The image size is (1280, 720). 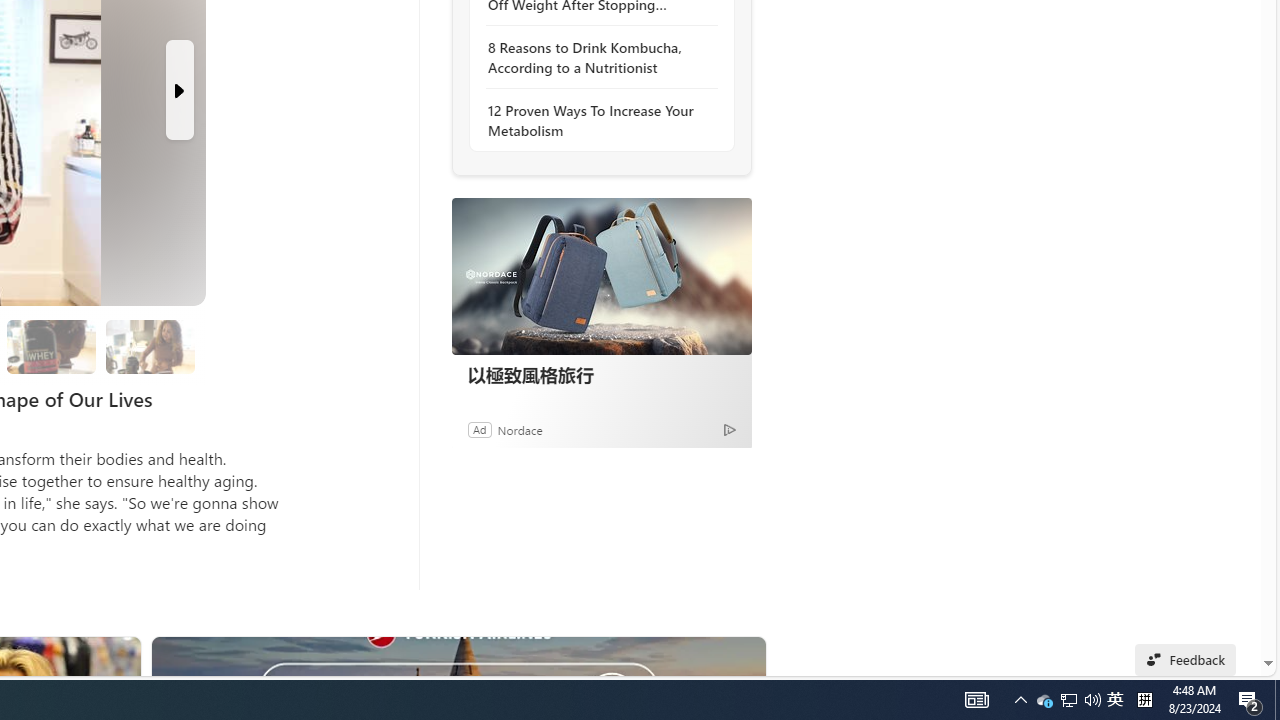 What do you see at coordinates (51, 345) in the screenshot?
I see `'6 Since Eating More Protein Her Training Has Improved'` at bounding box center [51, 345].